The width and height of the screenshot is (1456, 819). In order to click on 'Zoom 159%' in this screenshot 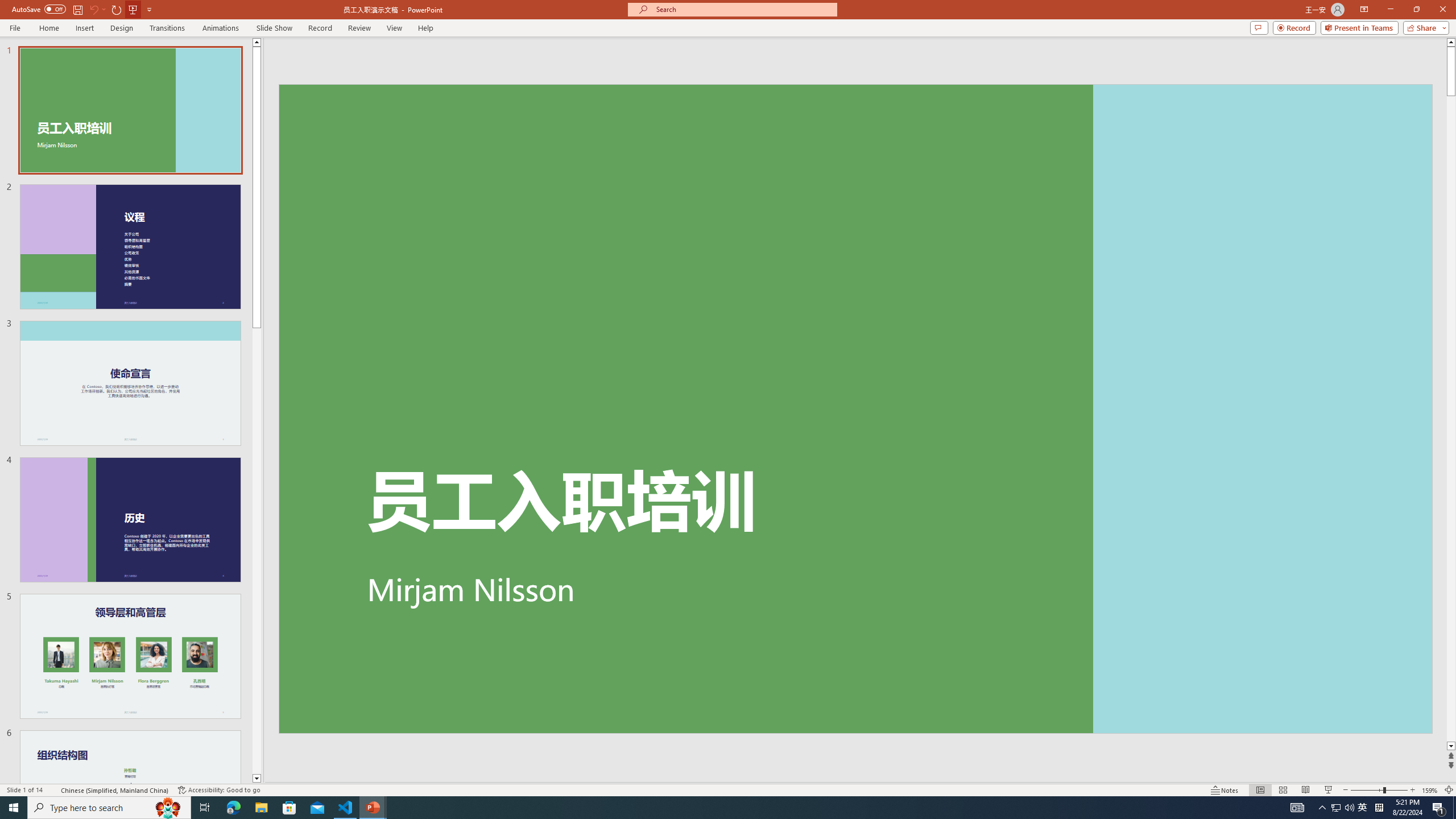, I will do `click(1430, 790)`.